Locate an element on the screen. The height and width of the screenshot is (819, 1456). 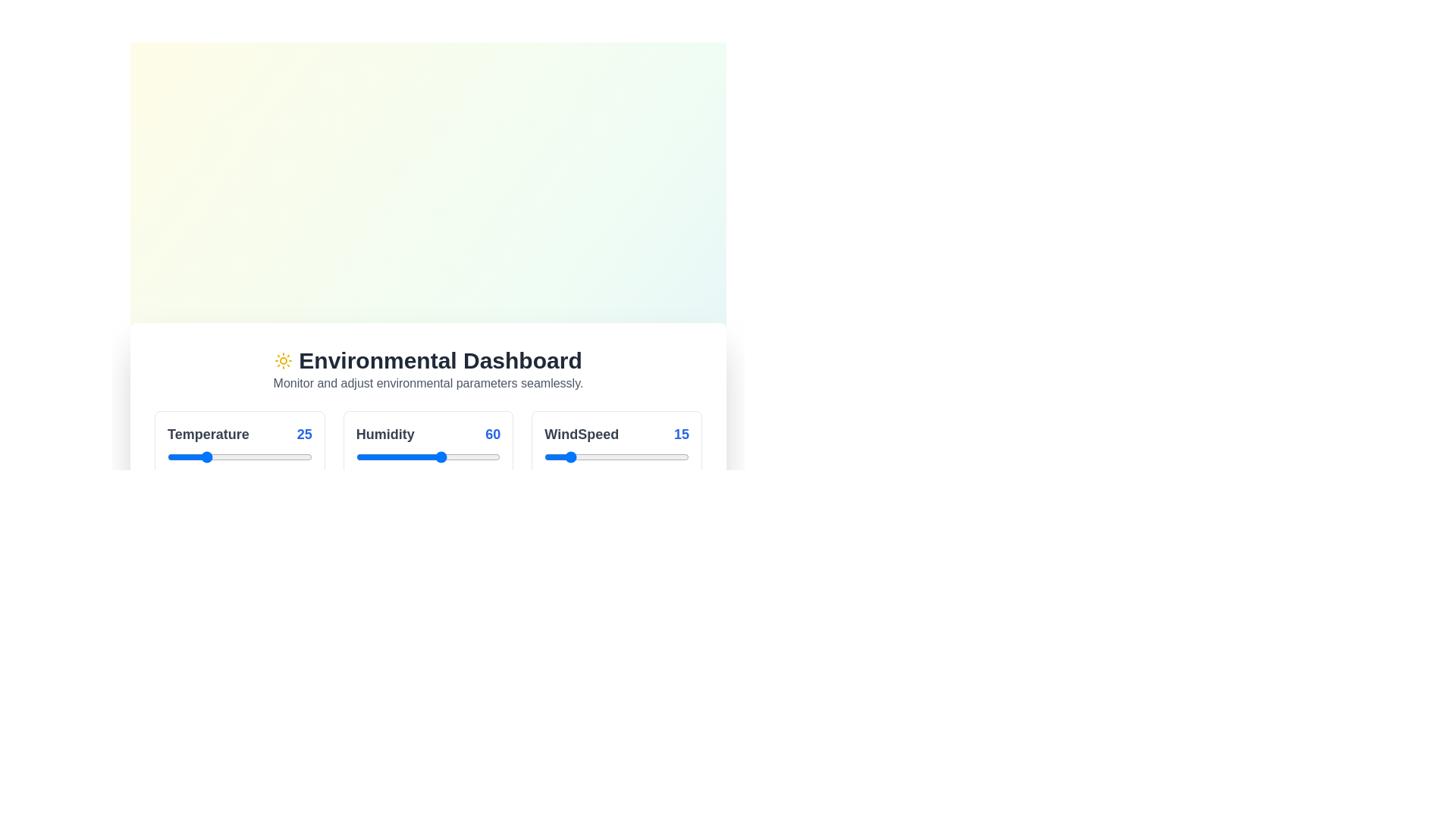
the Wind Speed slider is located at coordinates (640, 456).